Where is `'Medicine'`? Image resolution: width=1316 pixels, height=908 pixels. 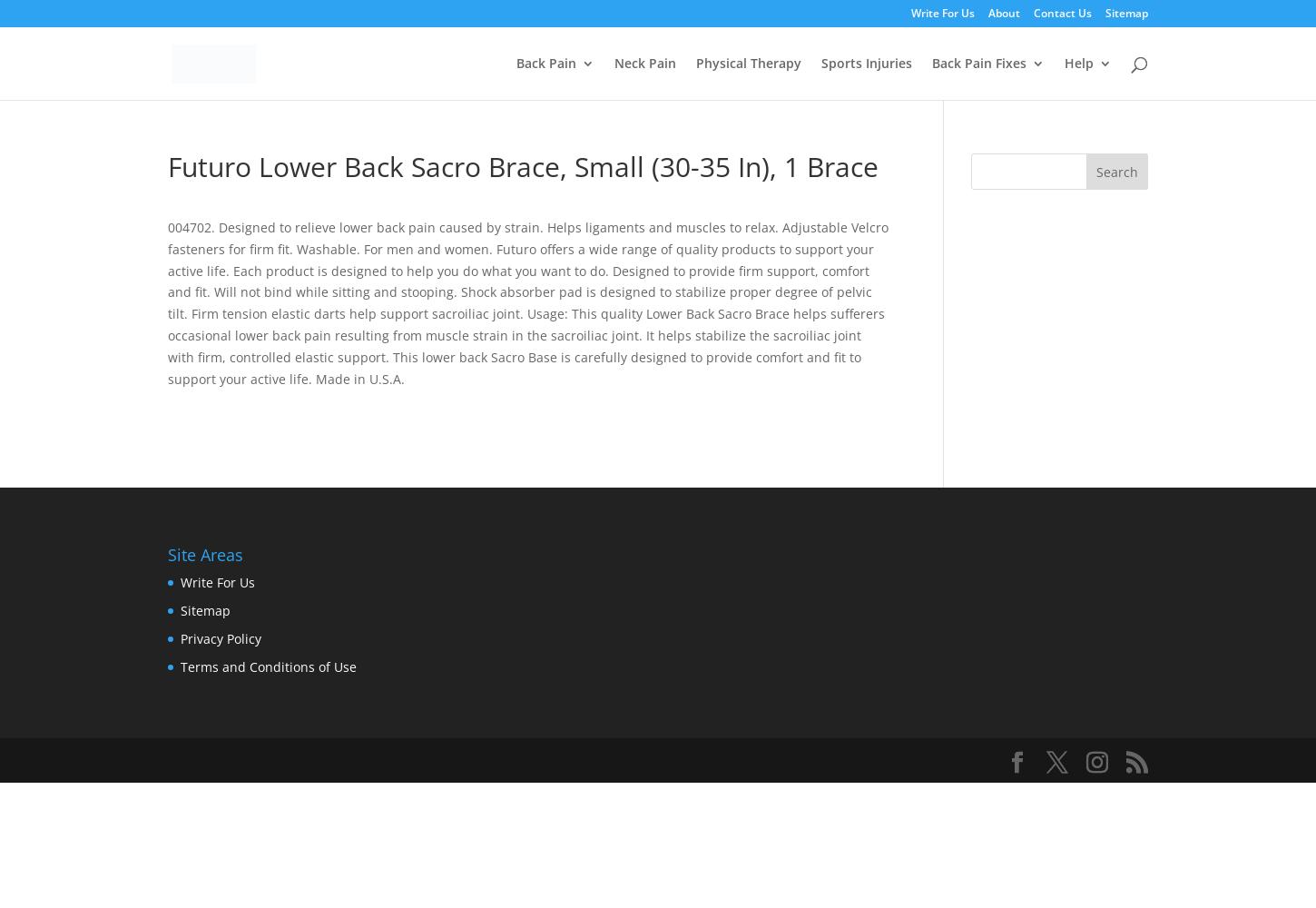
'Medicine' is located at coordinates (995, 210).